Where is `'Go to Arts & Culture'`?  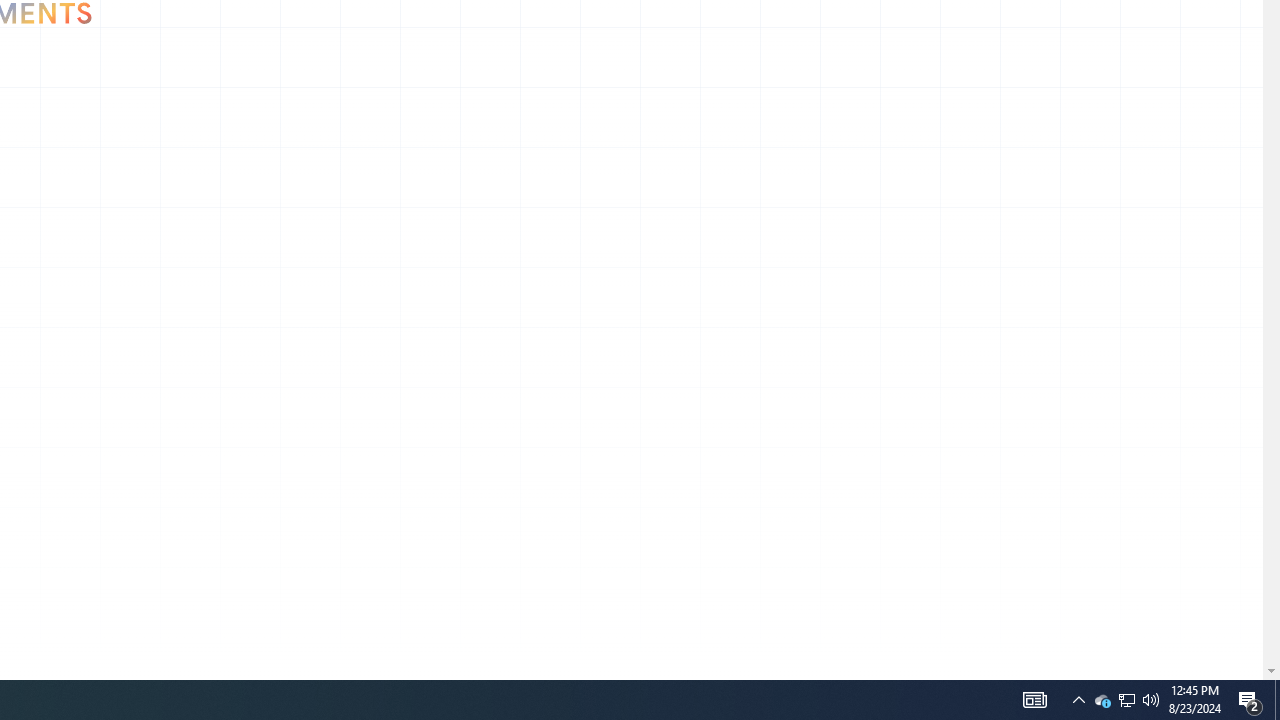
'Go to Arts & Culture' is located at coordinates (139, 103).